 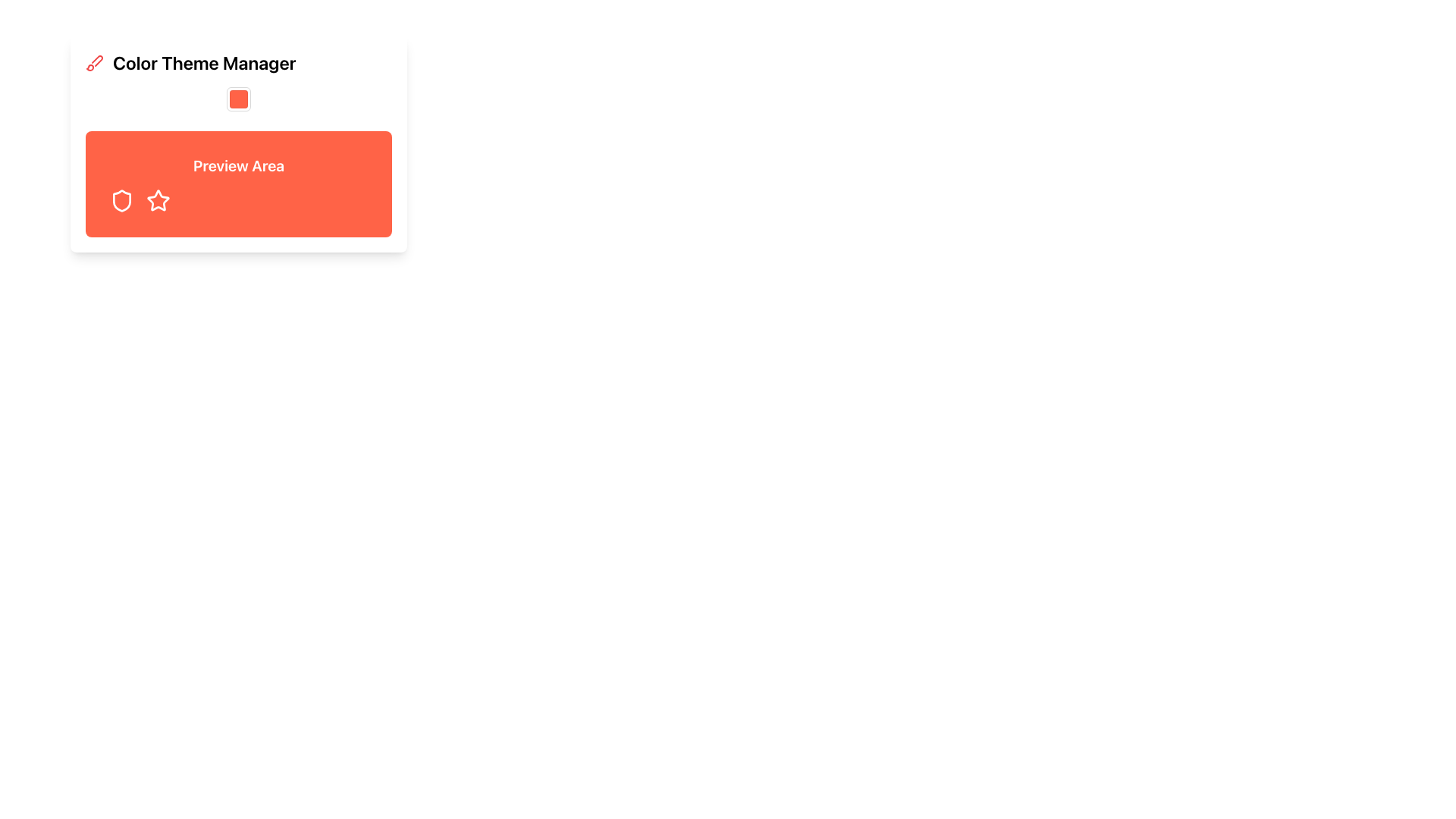 What do you see at coordinates (158, 200) in the screenshot?
I see `the star icon, which is the second item in a horizontal arrangement of icons located below the 'Preview Area' text and to the right of the shield-shaped icon` at bounding box center [158, 200].